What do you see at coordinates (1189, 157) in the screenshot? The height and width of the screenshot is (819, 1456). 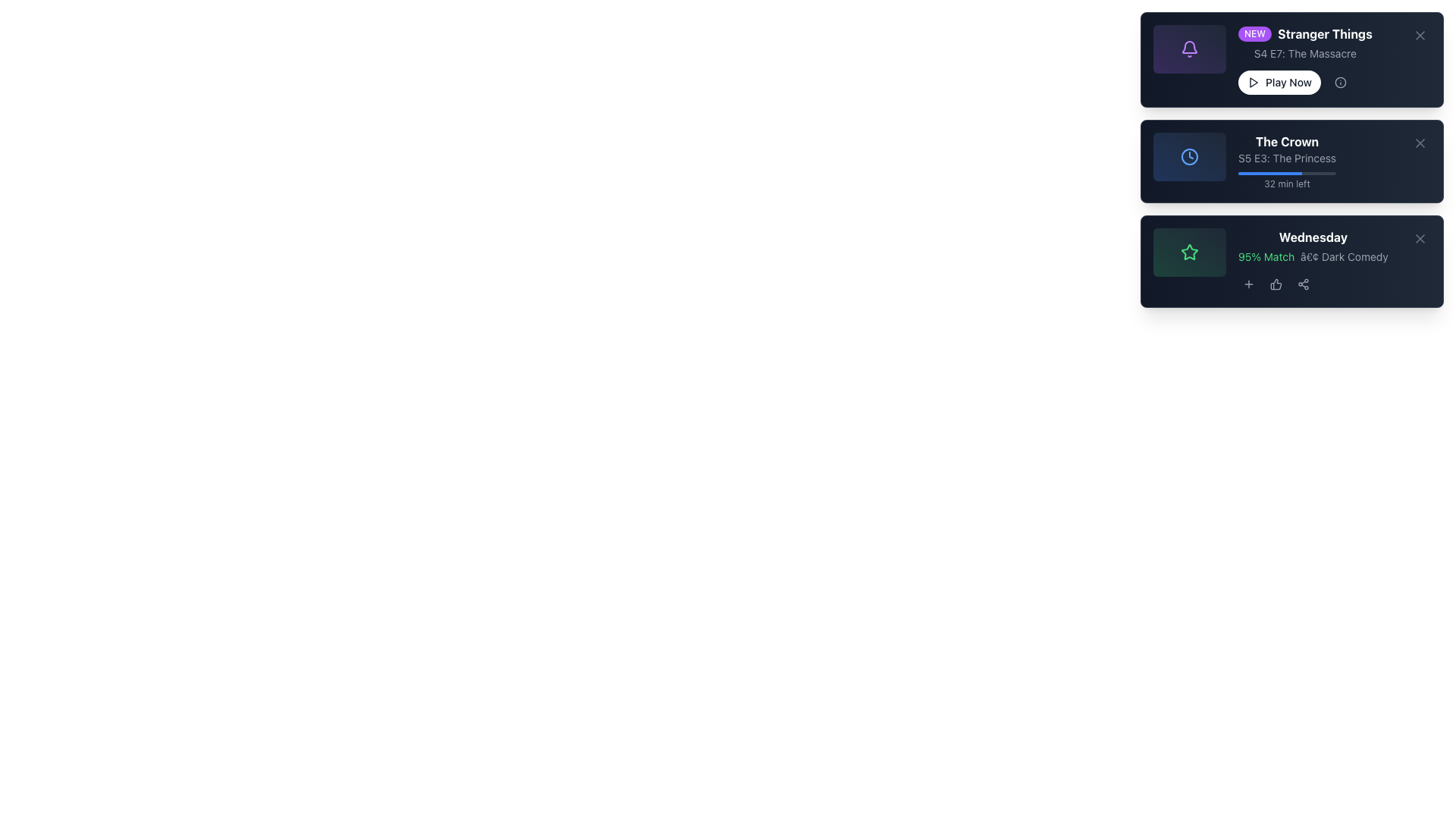 I see `the circular icon with a blue outline representing timing within the second notification card titled 'The Crown'` at bounding box center [1189, 157].